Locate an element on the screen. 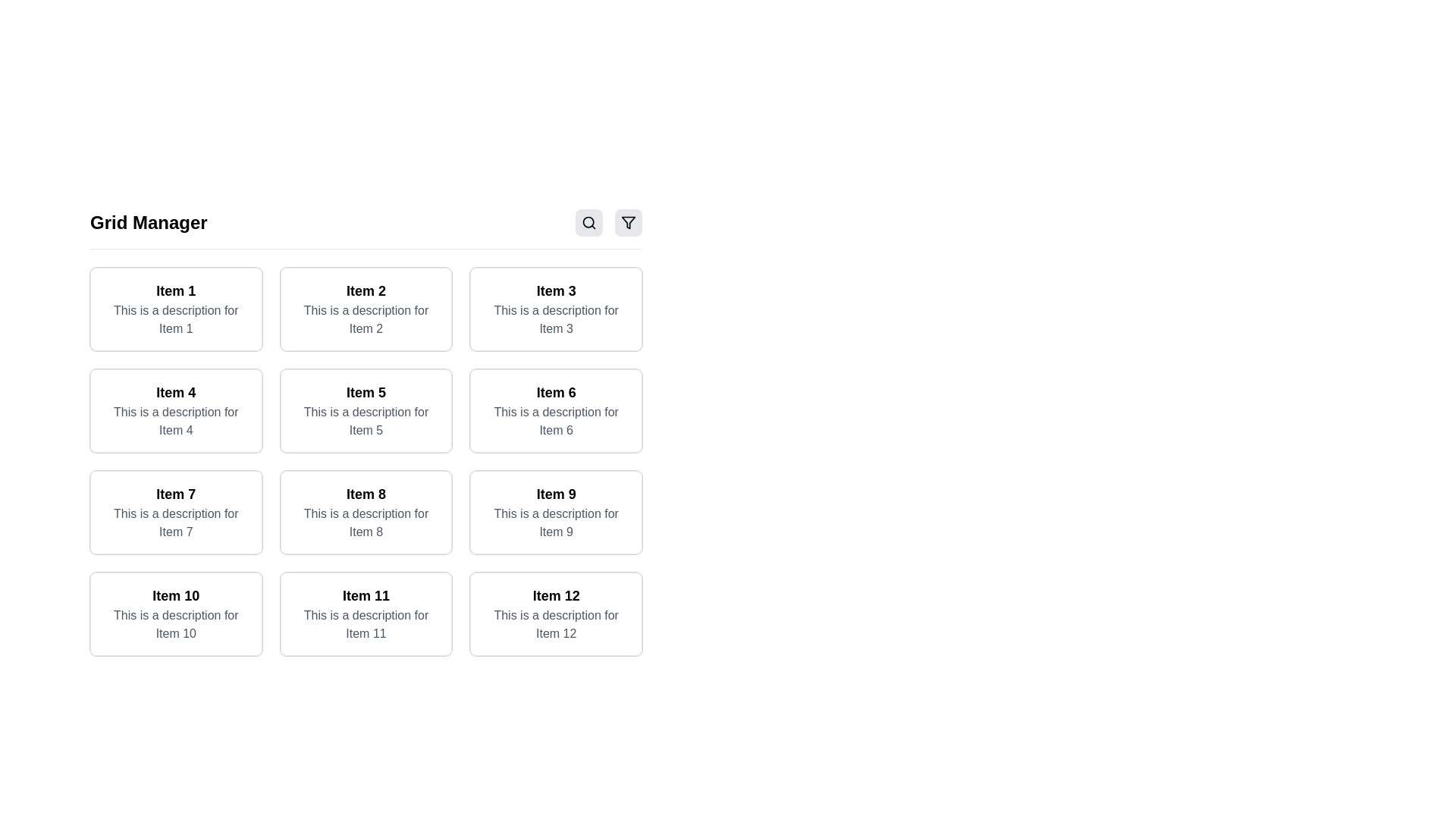  the filter icon button located in the top-right section of the interface is located at coordinates (629, 222).